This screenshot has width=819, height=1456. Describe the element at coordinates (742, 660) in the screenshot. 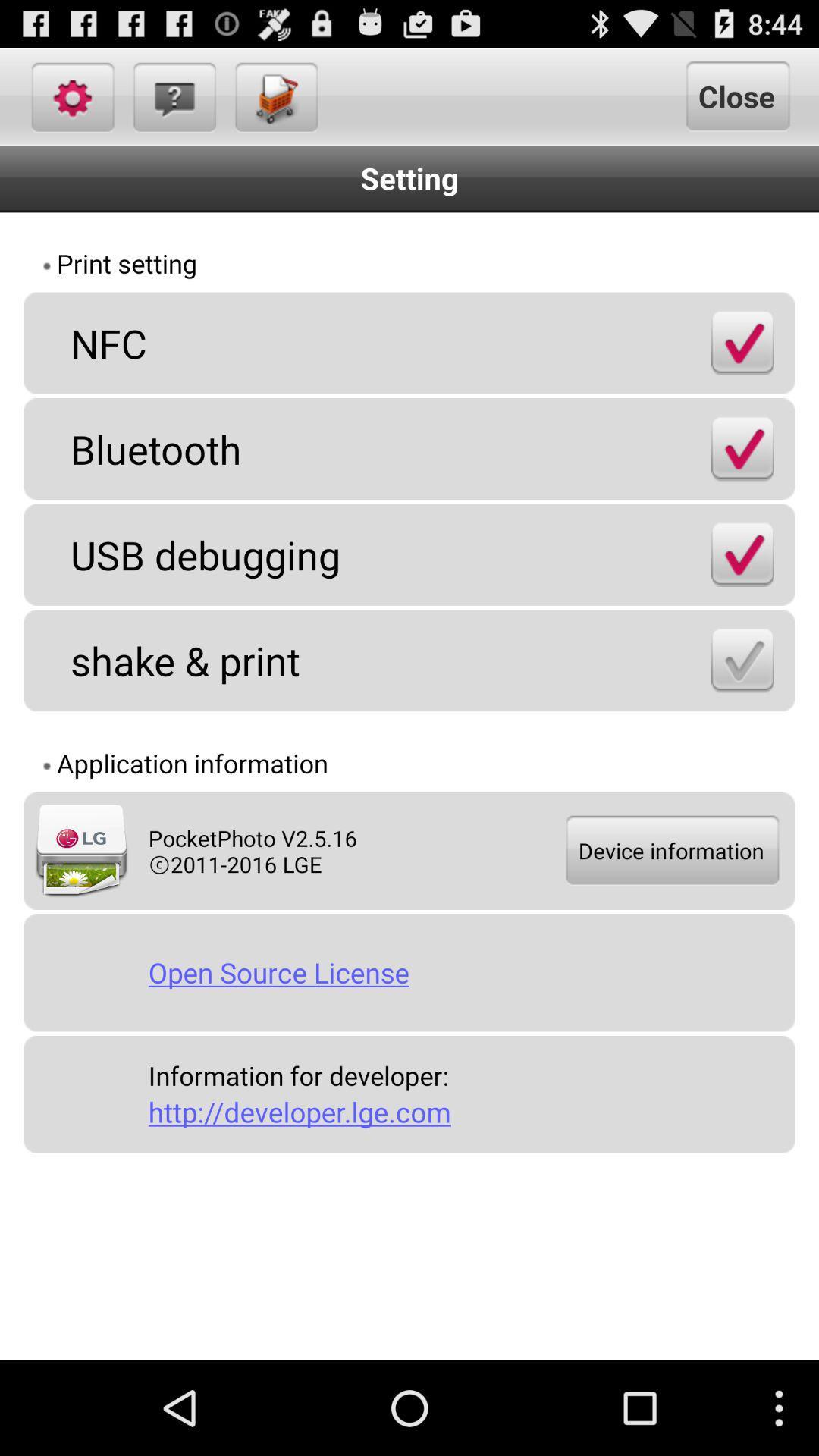

I see `the icon next to the shake & print app` at that location.